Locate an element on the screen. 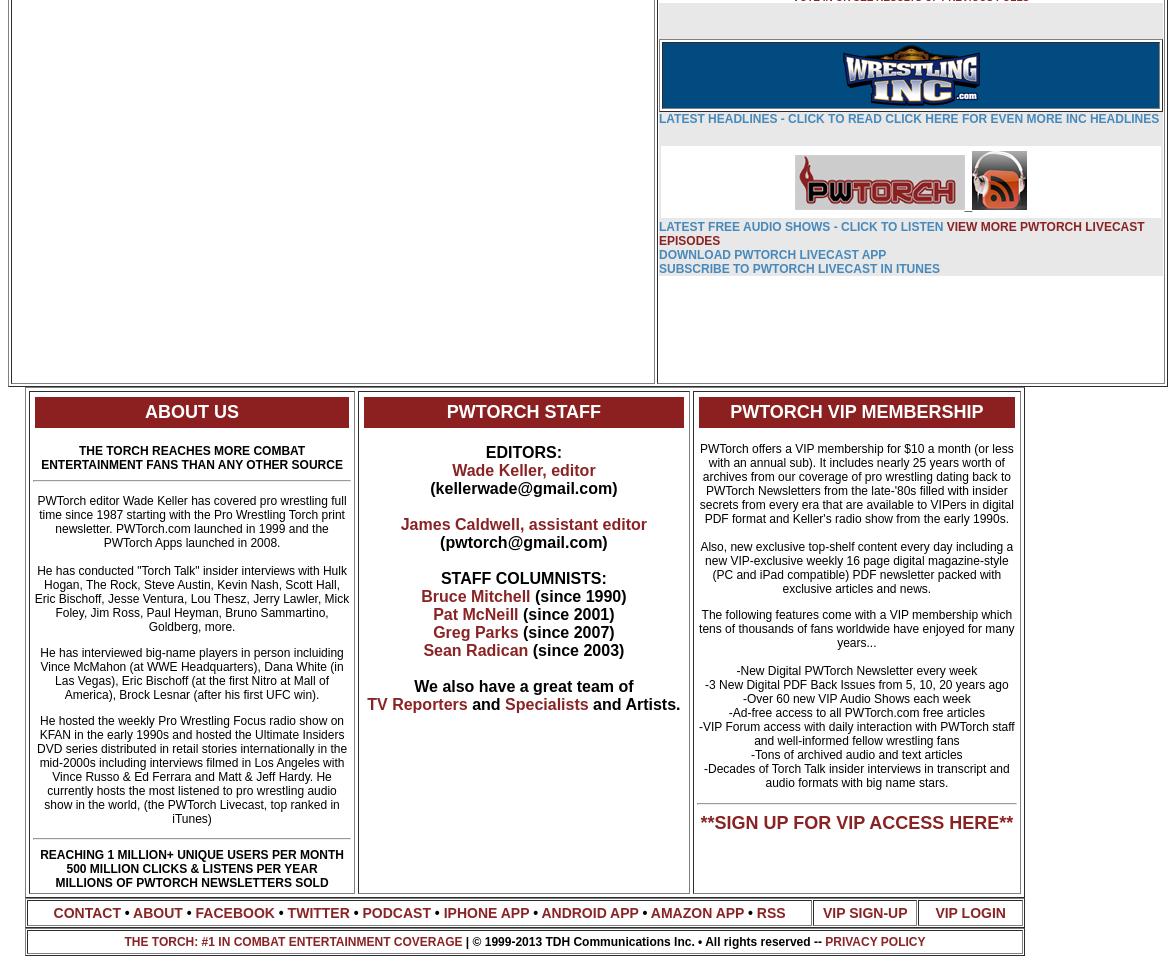  '500 MILLION  CLICKS & LISTENS PER YEAR' is located at coordinates (65, 868).